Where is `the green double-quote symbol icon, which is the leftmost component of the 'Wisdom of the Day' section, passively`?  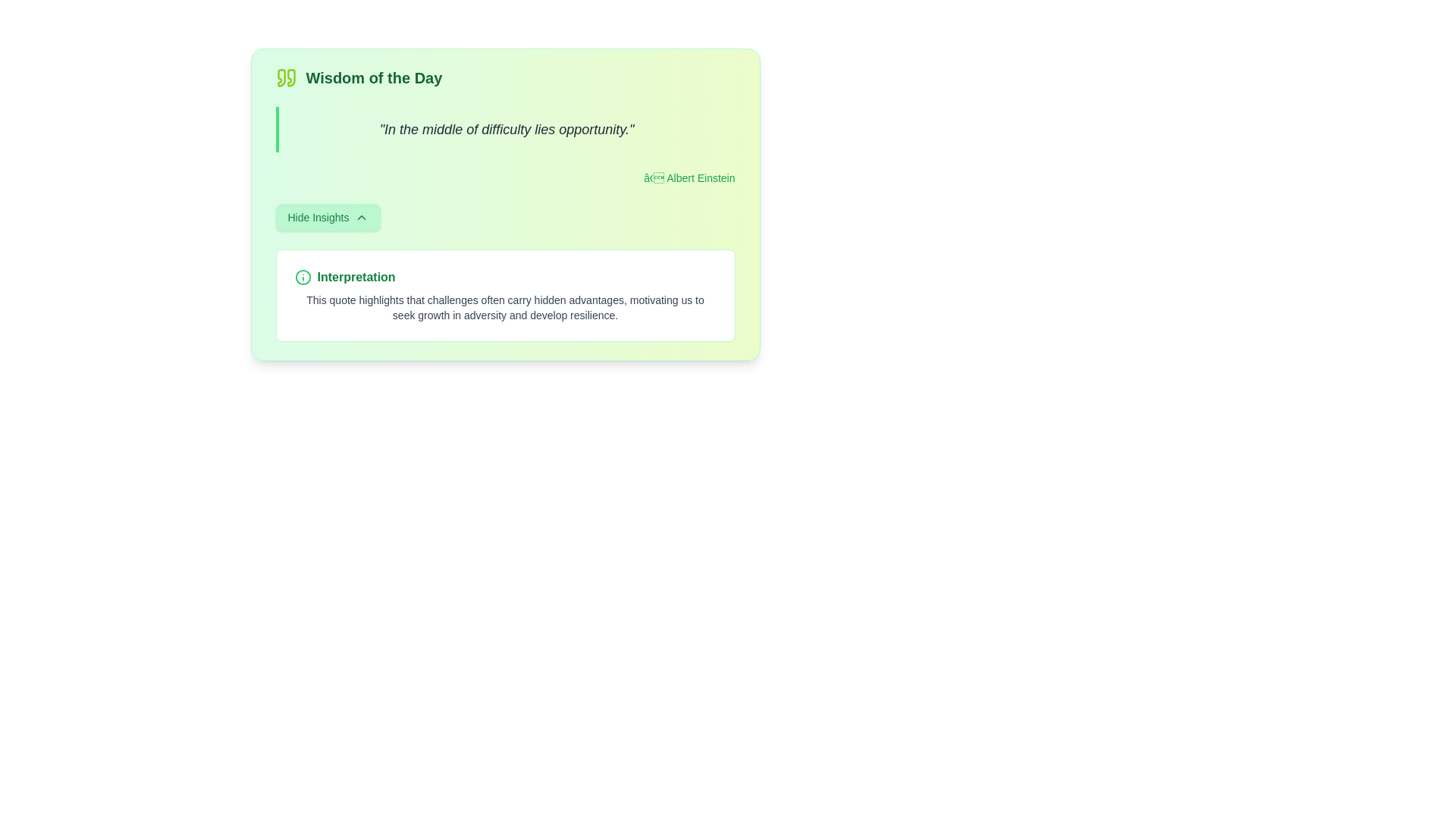
the green double-quote symbol icon, which is the leftmost component of the 'Wisdom of the Day' section, passively is located at coordinates (286, 78).